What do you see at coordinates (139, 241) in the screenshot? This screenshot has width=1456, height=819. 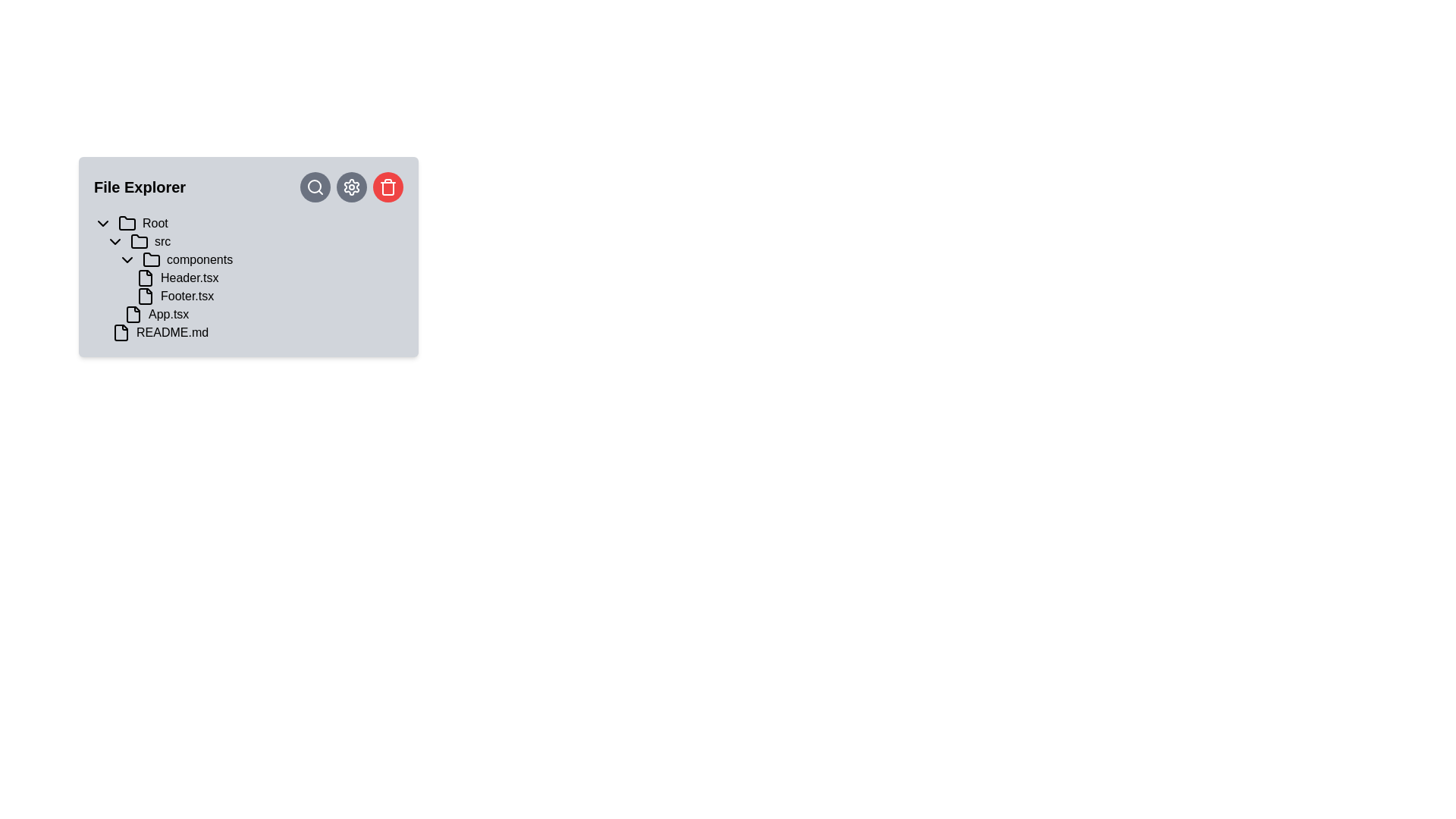 I see `the visual indicator icon of the 'src' folder located in the 'File Explorer' interface, positioned between the downward chevron icon and the 'src' label` at bounding box center [139, 241].